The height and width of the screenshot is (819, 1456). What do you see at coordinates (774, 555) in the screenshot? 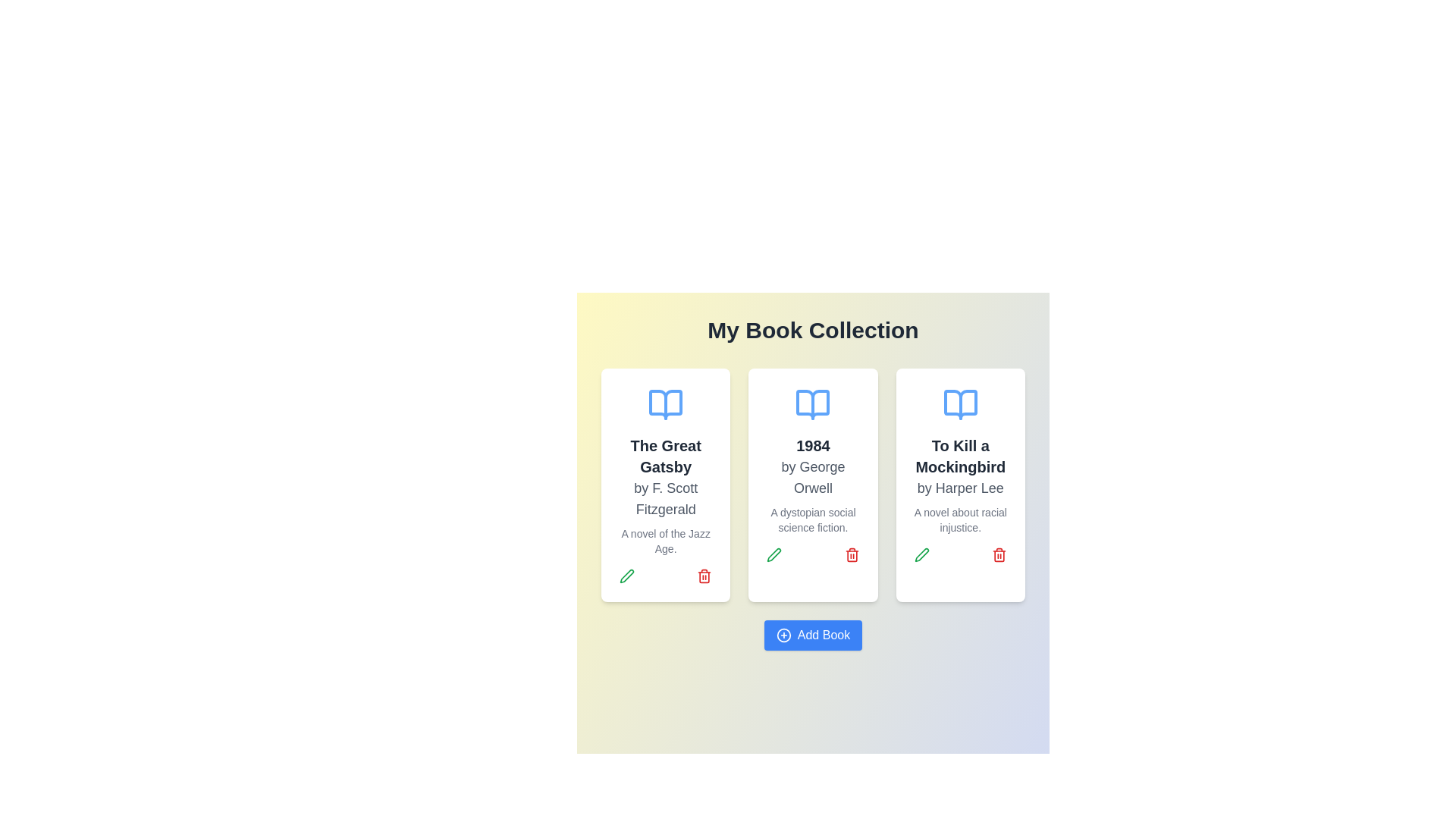
I see `the green pen icon button for editing, located within the card for '1984 by George Orwell'` at bounding box center [774, 555].